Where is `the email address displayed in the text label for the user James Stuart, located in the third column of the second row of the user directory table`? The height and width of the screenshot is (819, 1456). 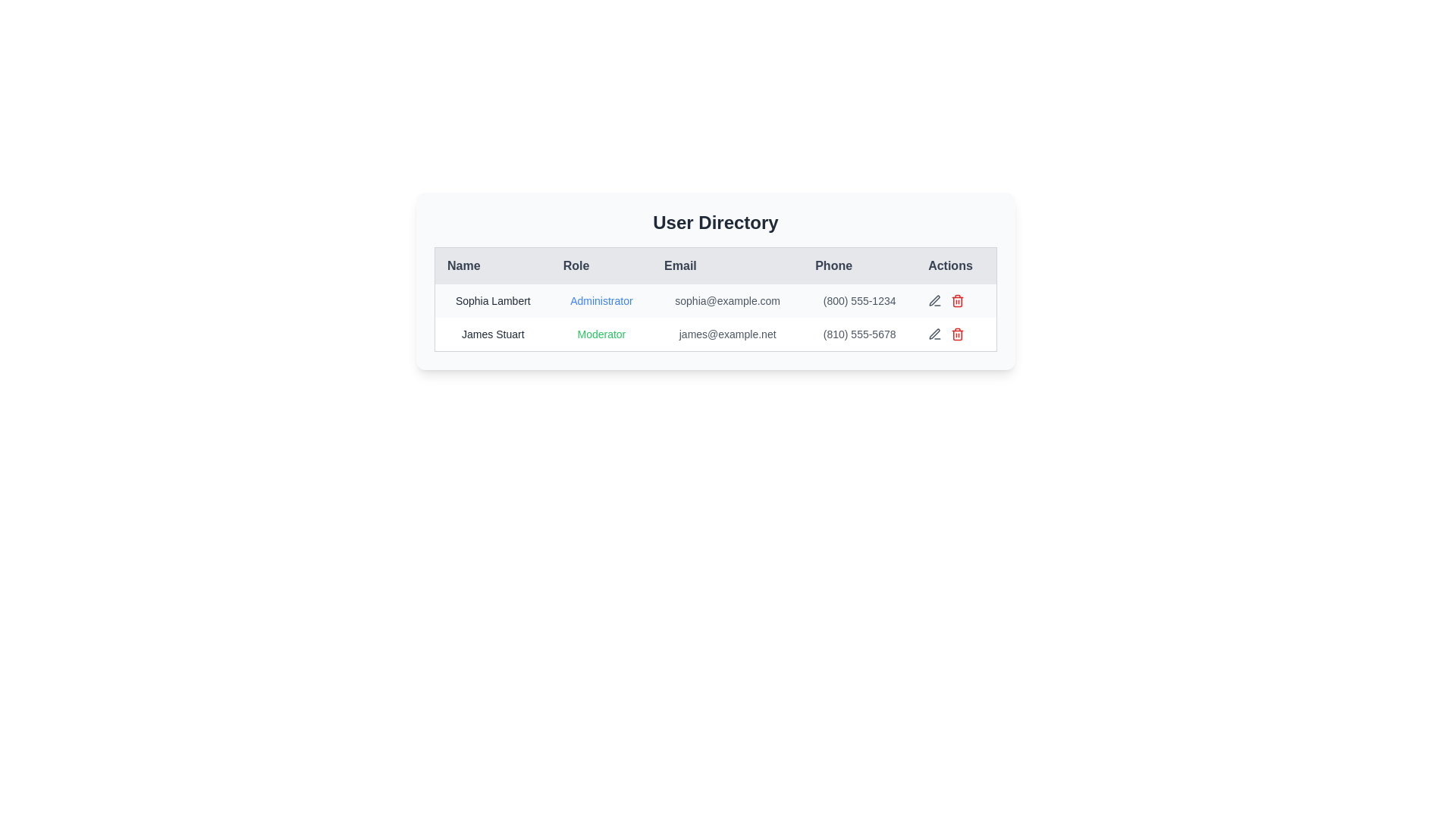
the email address displayed in the text label for the user James Stuart, located in the third column of the second row of the user directory table is located at coordinates (726, 334).